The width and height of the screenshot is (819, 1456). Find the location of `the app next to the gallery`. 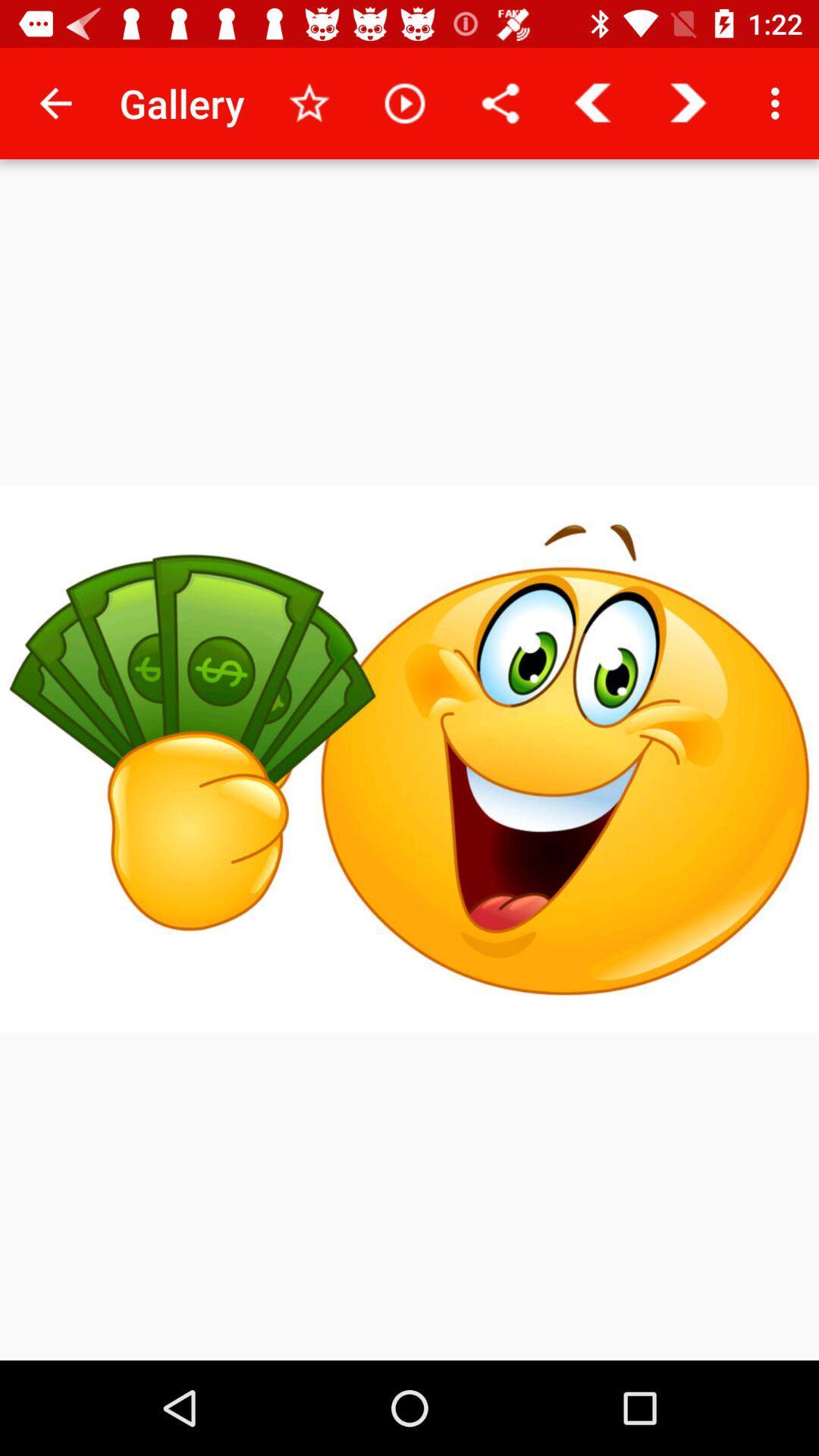

the app next to the gallery is located at coordinates (55, 102).